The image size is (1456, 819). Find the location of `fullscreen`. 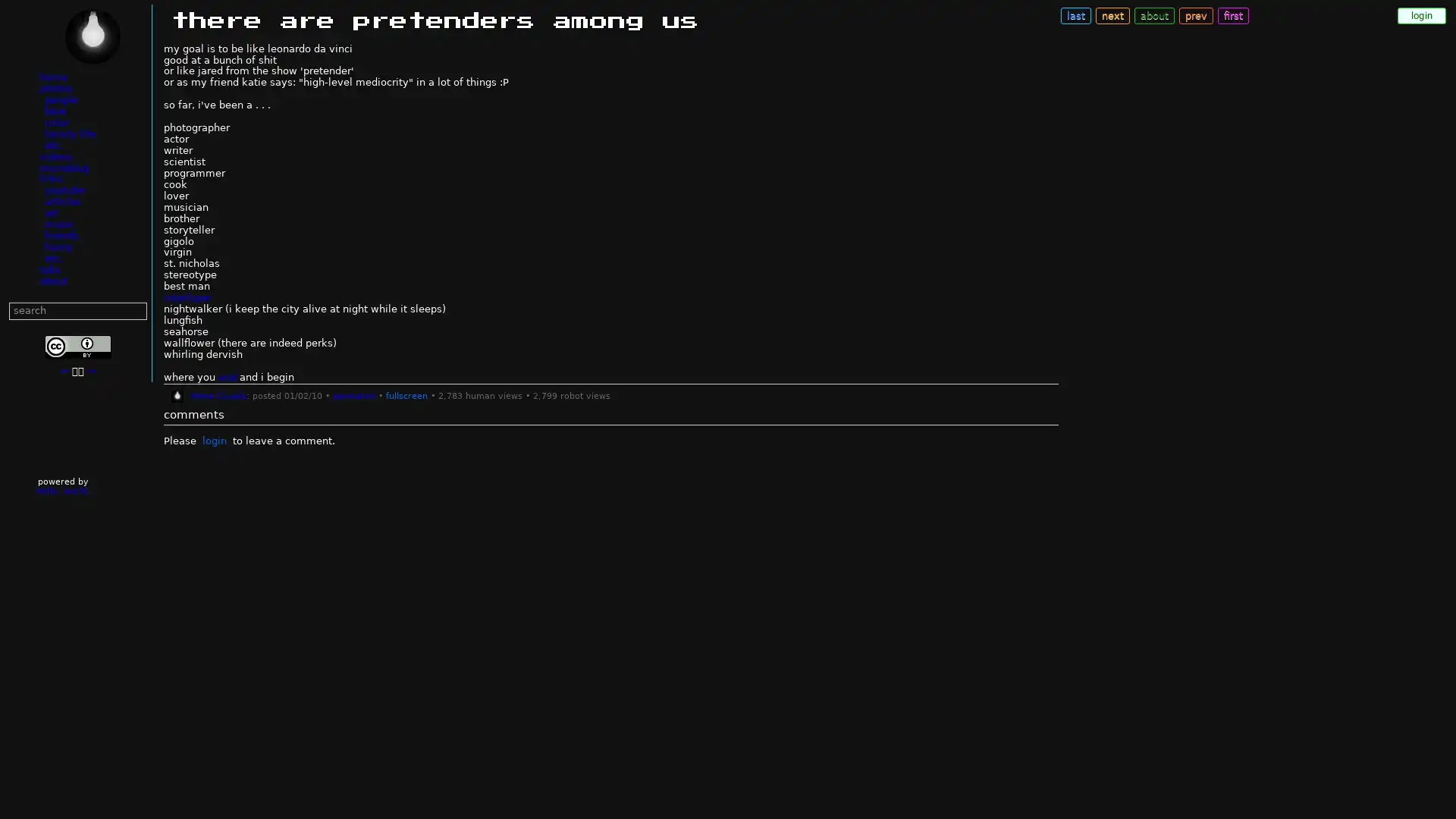

fullscreen is located at coordinates (406, 395).